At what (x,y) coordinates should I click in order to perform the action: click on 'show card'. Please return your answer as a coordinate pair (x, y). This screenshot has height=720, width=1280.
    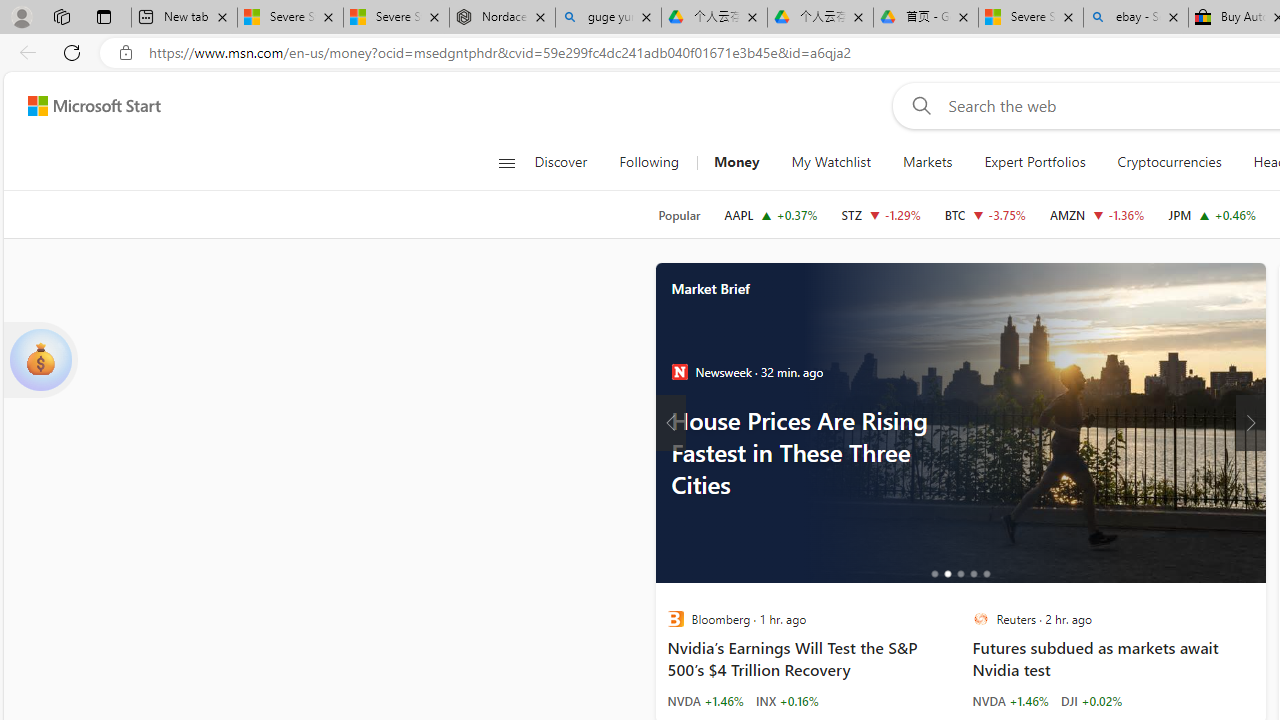
    Looking at the image, I should click on (40, 360).